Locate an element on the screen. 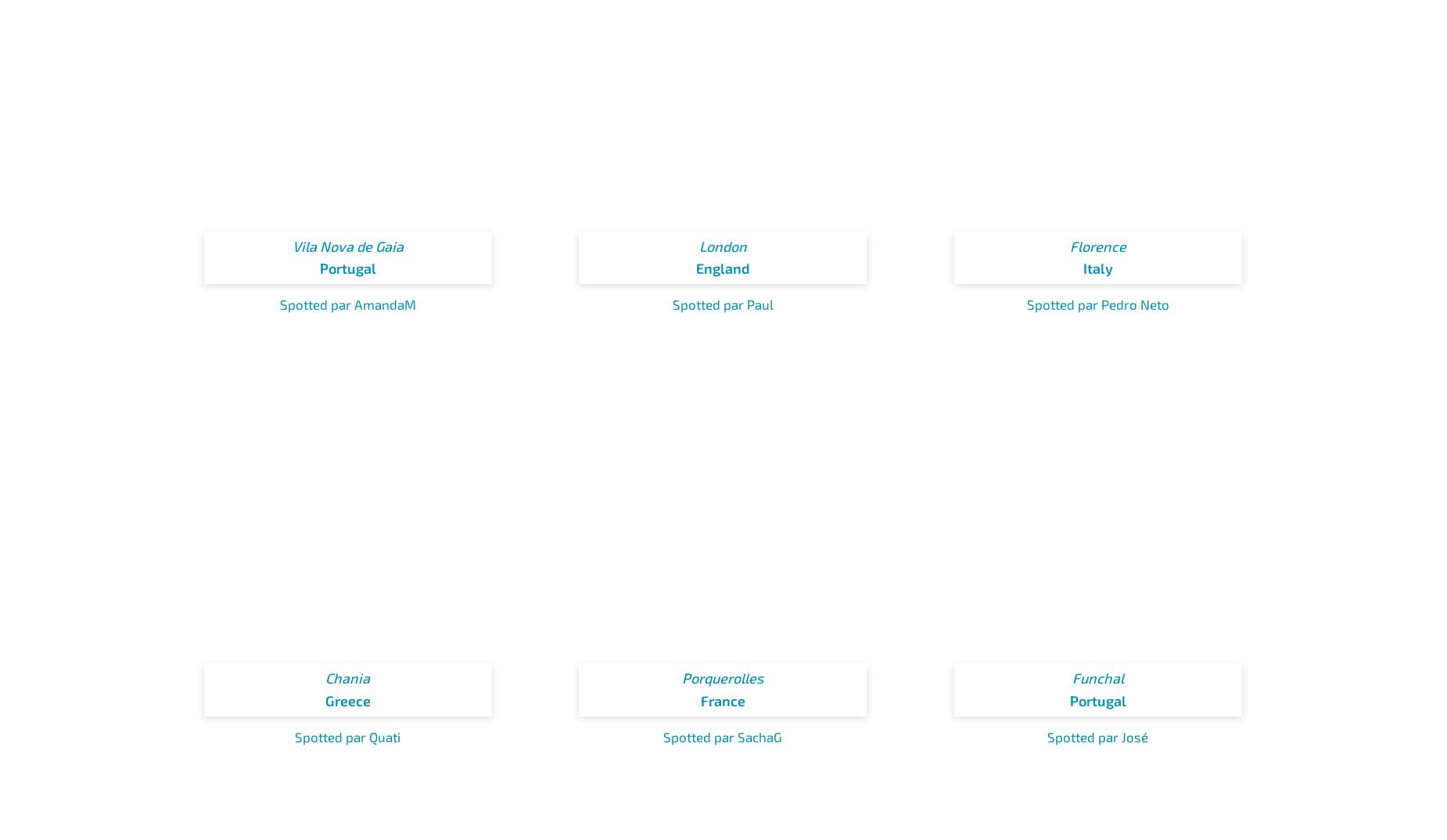 This screenshot has width=1447, height=840. 'Greece' is located at coordinates (346, 700).